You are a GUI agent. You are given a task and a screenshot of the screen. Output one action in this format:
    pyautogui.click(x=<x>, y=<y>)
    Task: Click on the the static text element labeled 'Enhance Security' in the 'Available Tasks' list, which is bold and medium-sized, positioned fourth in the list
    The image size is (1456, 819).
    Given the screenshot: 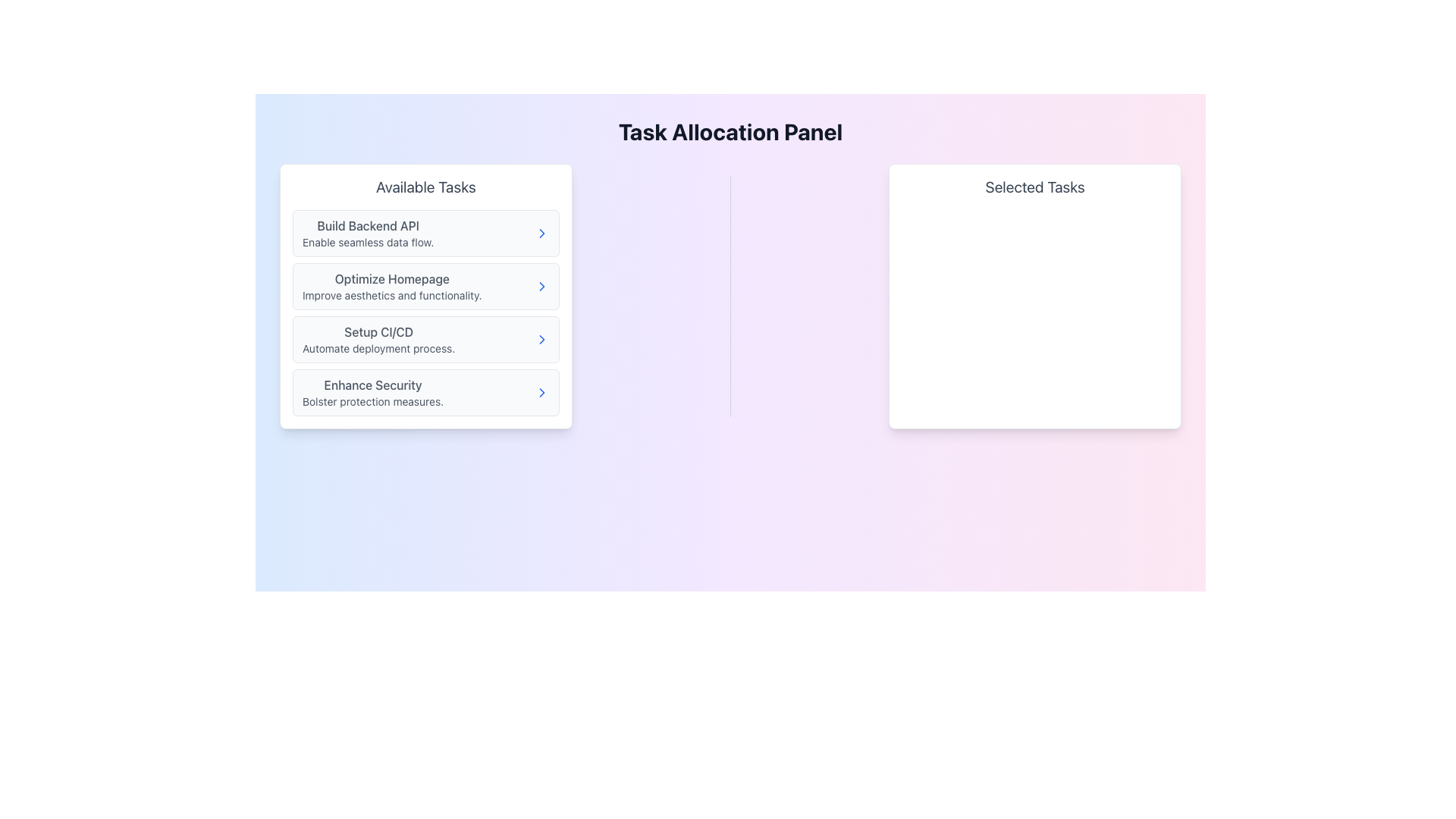 What is the action you would take?
    pyautogui.click(x=373, y=384)
    